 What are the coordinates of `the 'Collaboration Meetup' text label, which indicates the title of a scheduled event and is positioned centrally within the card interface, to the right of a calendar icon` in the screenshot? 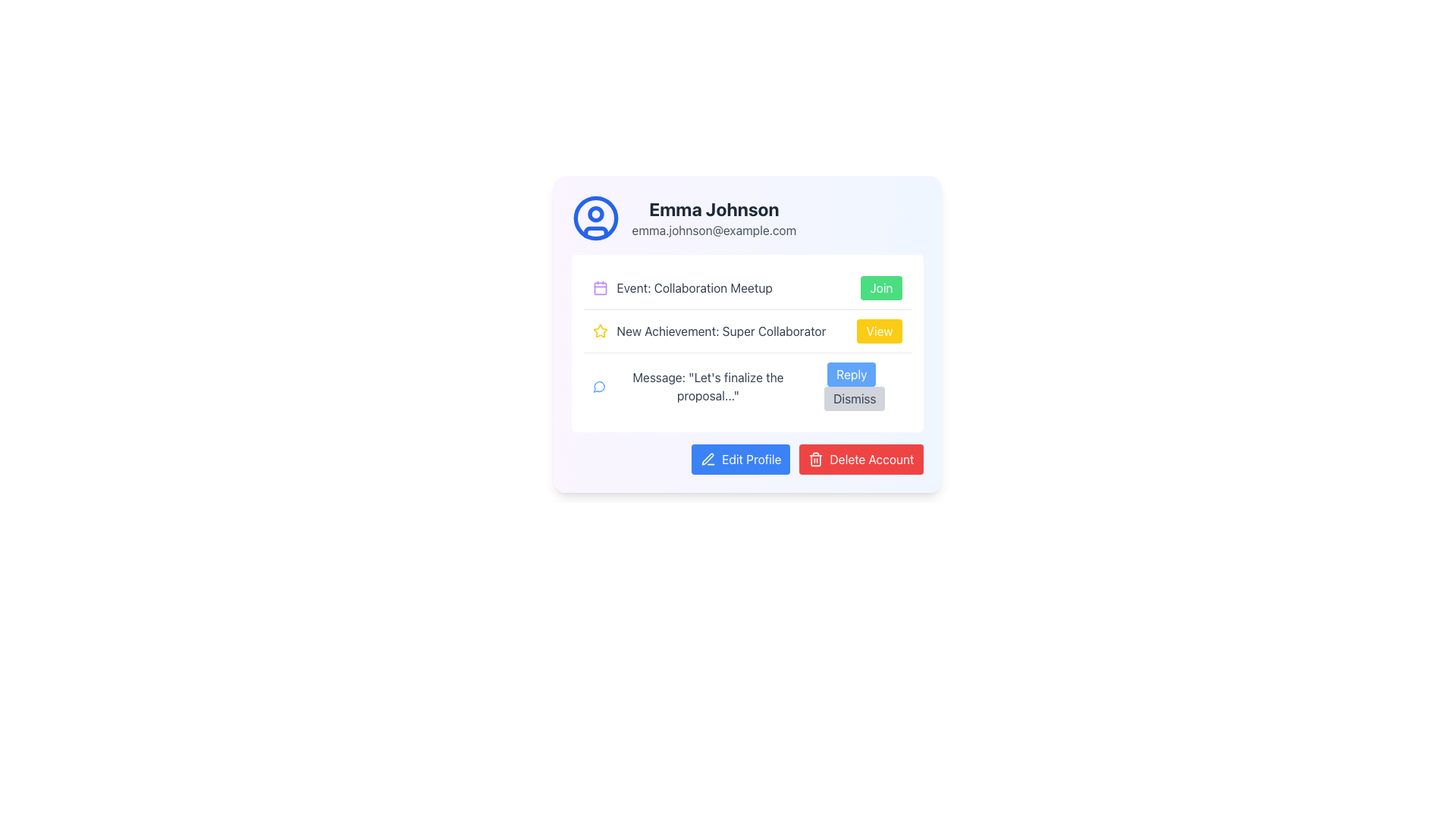 It's located at (694, 288).